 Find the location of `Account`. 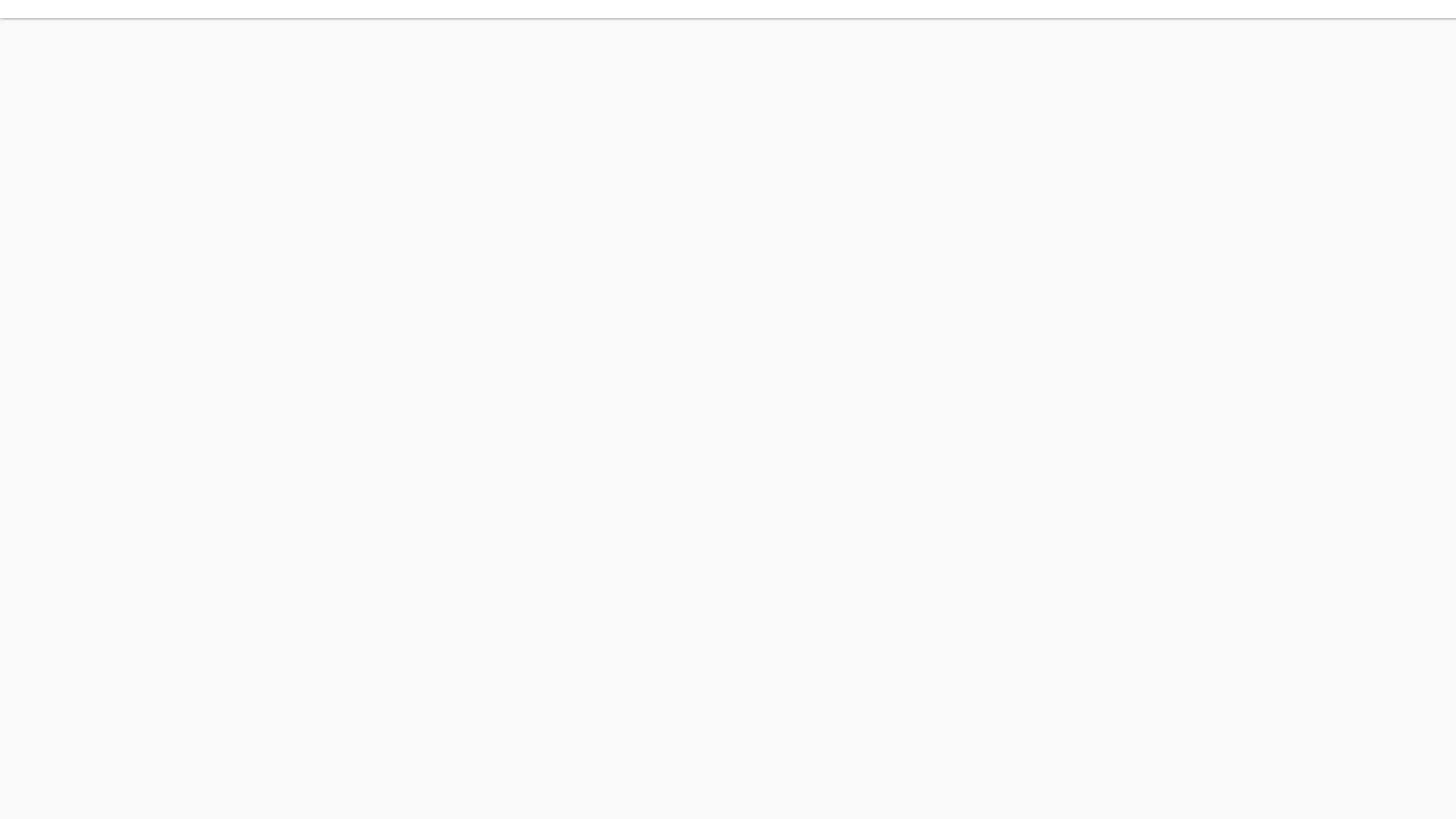

Account is located at coordinates (1203, 165).